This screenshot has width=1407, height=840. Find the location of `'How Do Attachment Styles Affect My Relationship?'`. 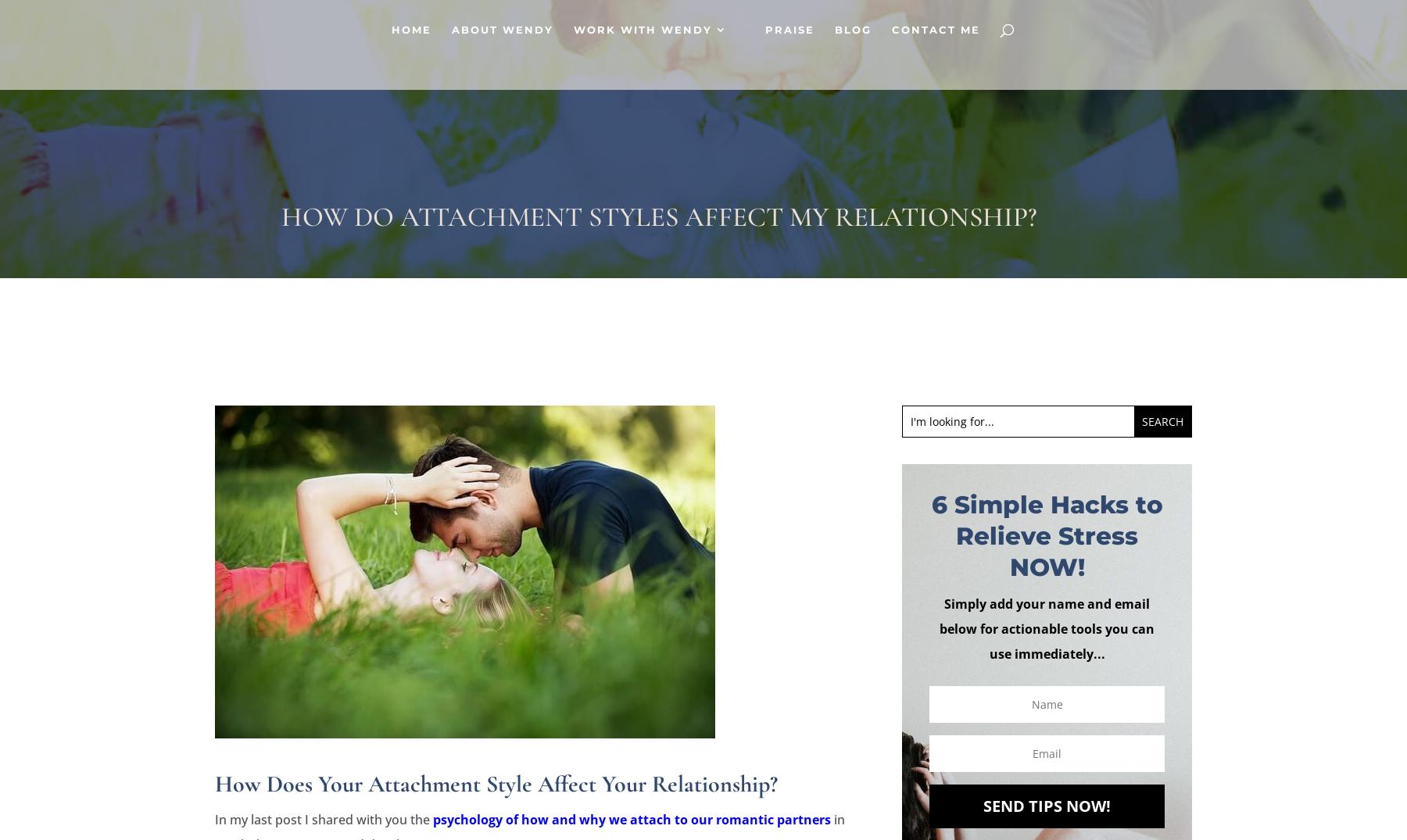

'How Do Attachment Styles Affect My Relationship?' is located at coordinates (659, 216).